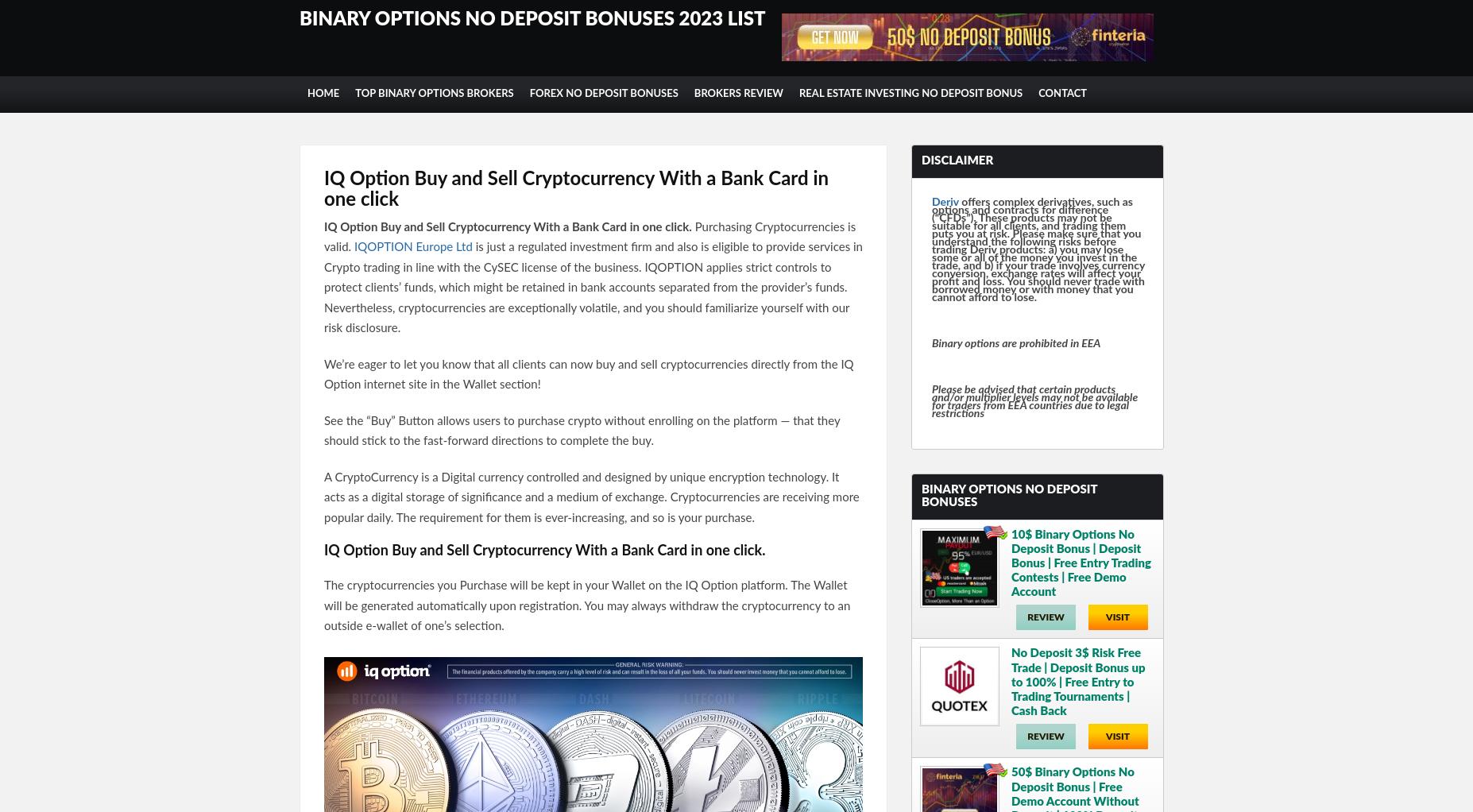 The width and height of the screenshot is (1473, 812). What do you see at coordinates (322, 94) in the screenshot?
I see `'Home'` at bounding box center [322, 94].